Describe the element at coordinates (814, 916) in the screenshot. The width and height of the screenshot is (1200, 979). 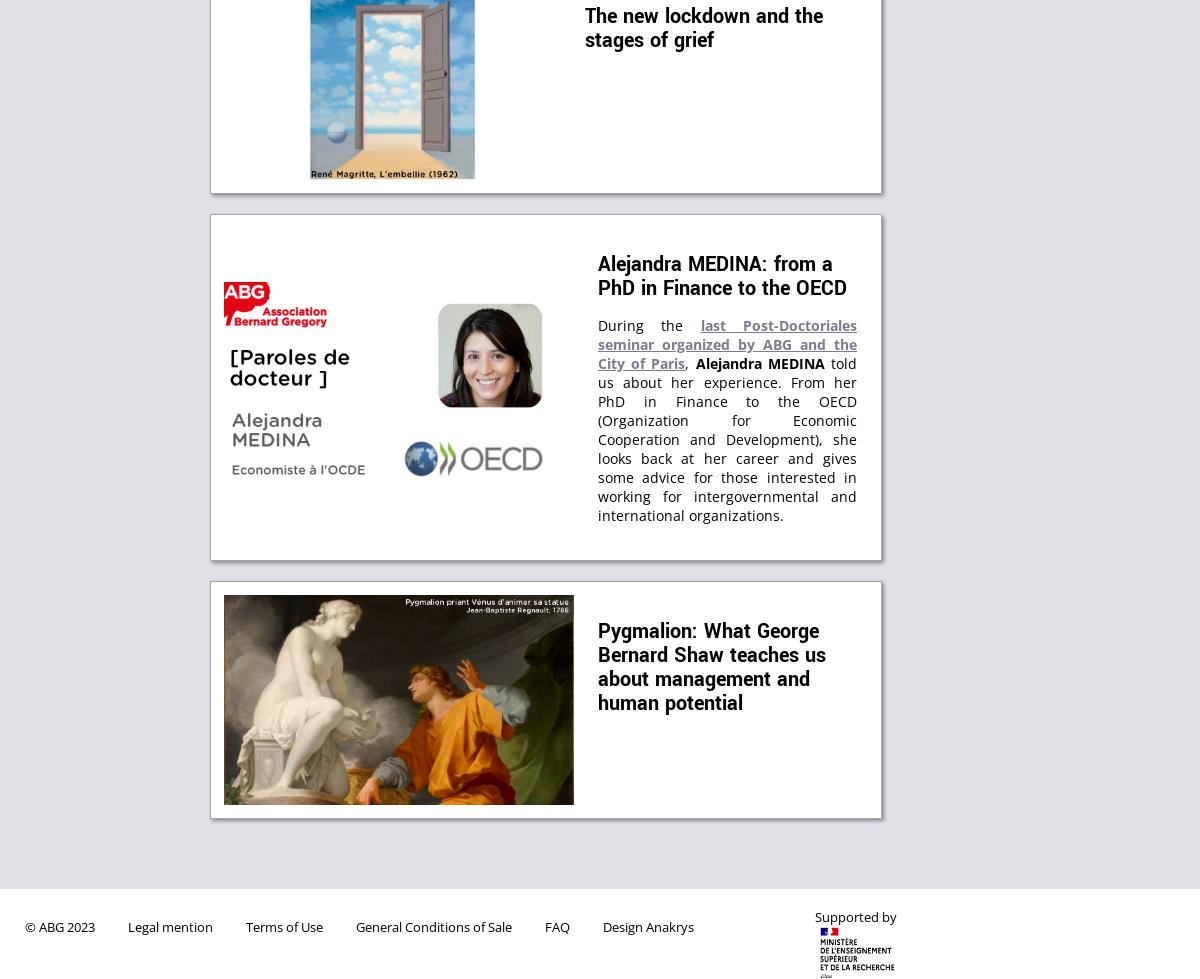
I see `'Supported by'` at that location.